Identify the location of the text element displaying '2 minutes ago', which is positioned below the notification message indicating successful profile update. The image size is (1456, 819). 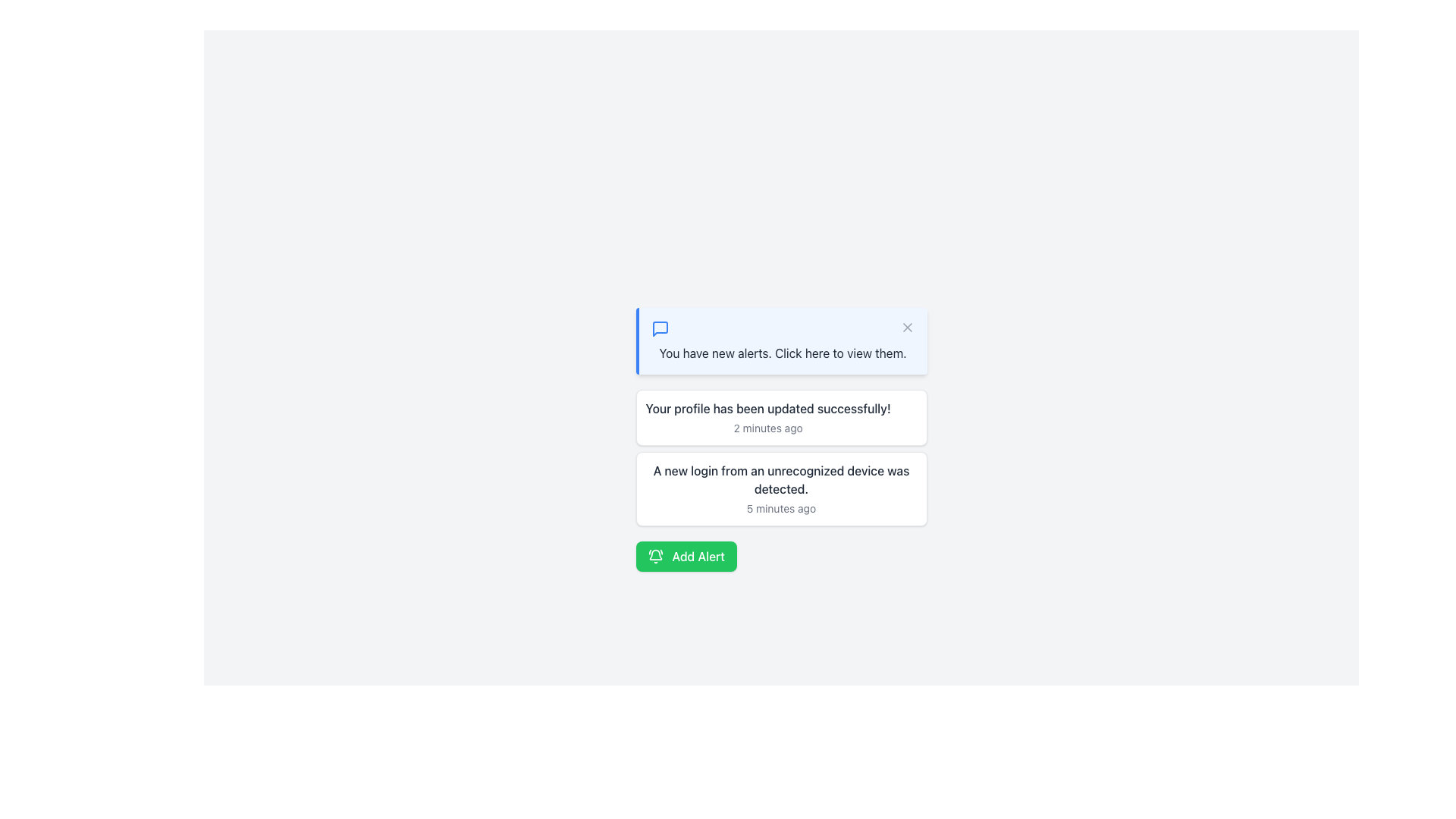
(768, 428).